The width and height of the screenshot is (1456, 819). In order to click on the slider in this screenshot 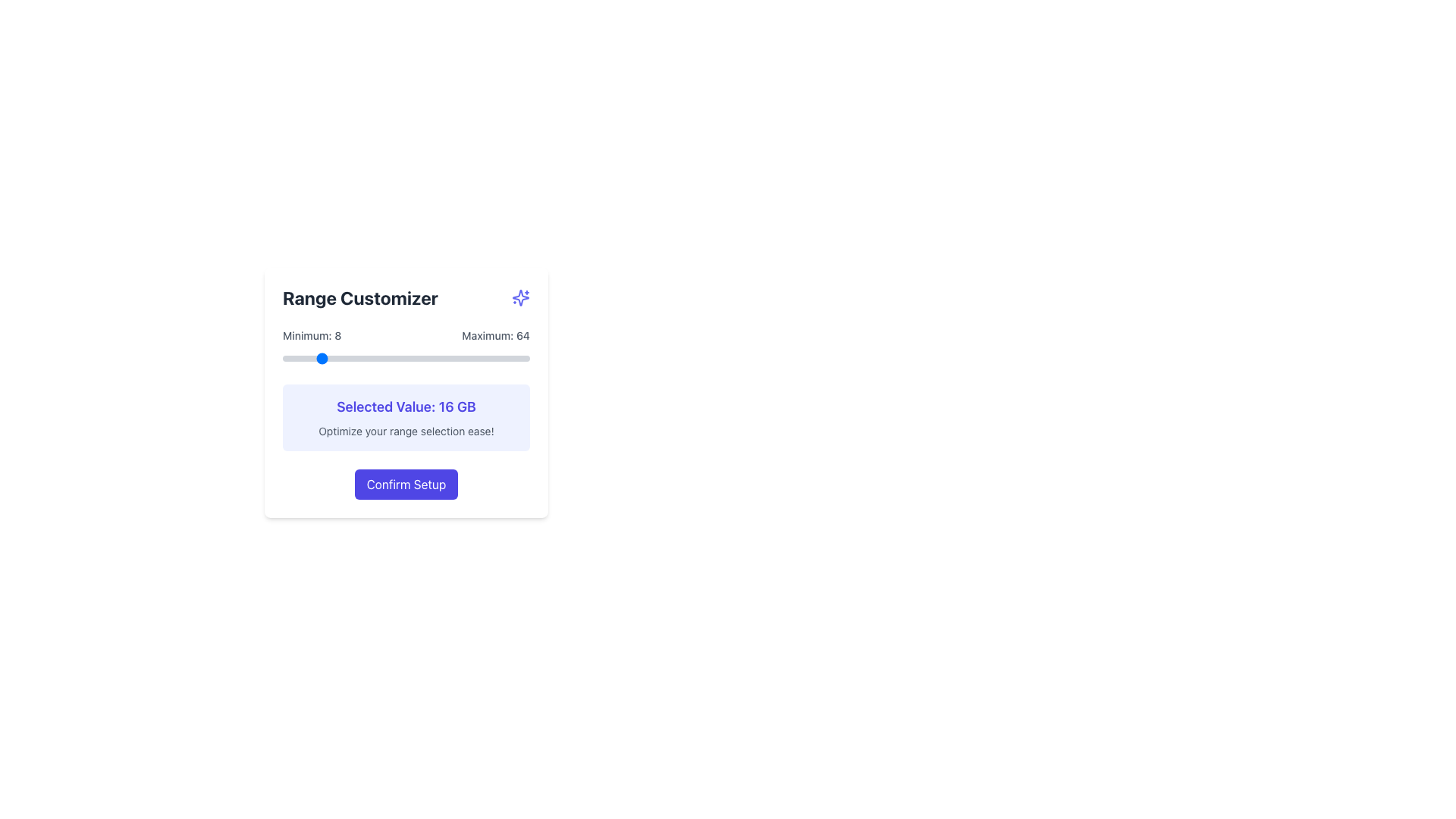, I will do `click(388, 359)`.